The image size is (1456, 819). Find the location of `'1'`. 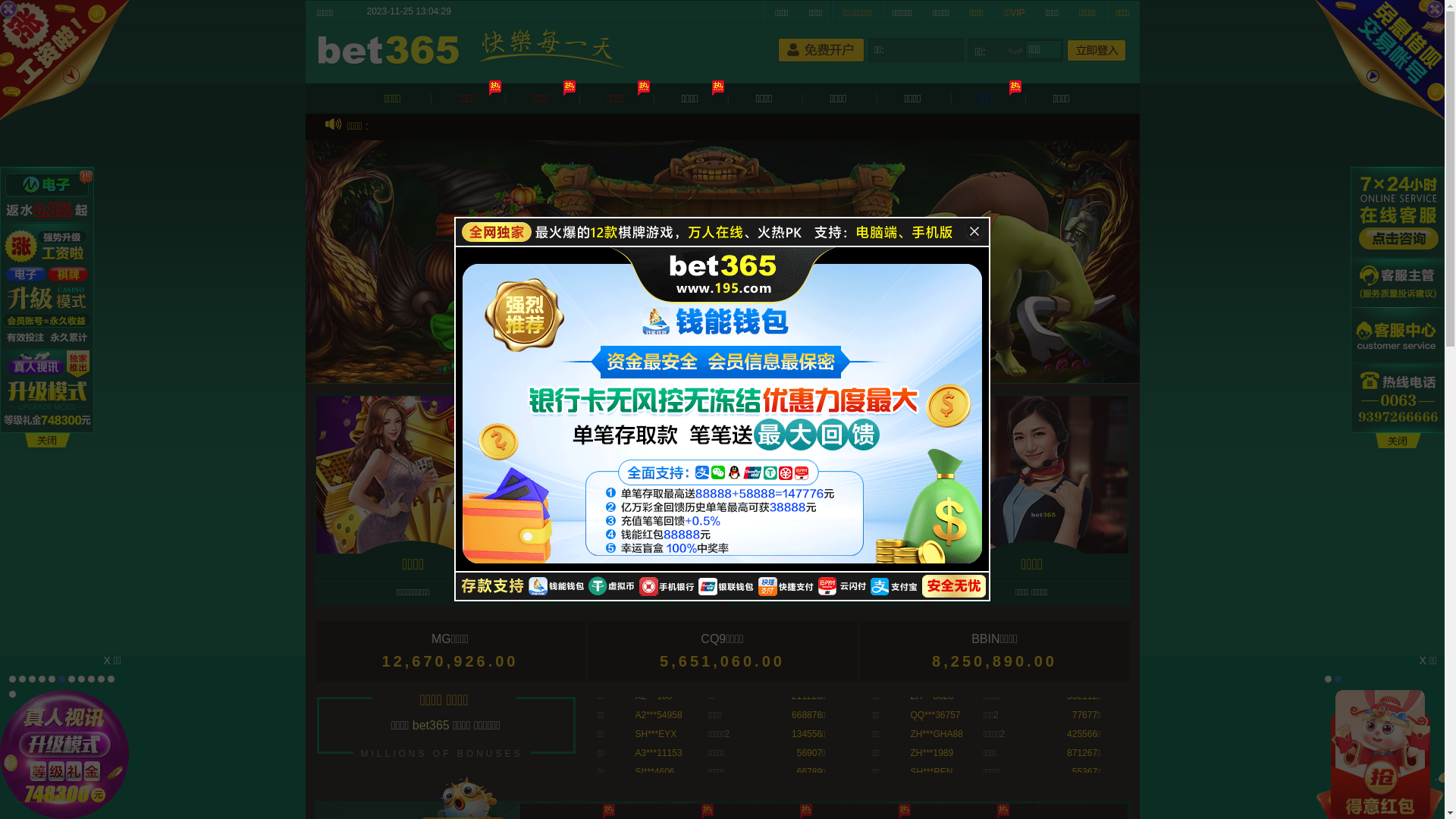

'1' is located at coordinates (12, 678).